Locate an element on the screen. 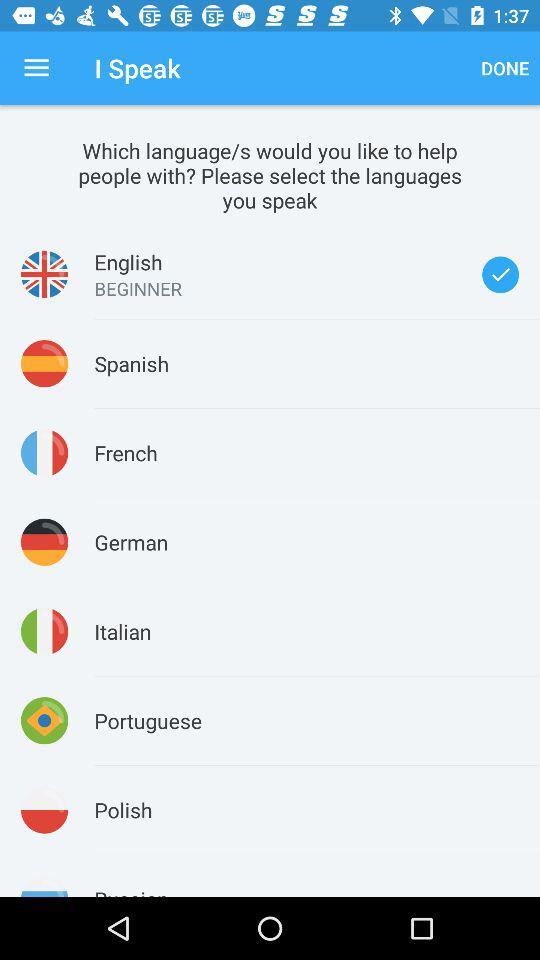  the item next to the i speak icon is located at coordinates (36, 68).